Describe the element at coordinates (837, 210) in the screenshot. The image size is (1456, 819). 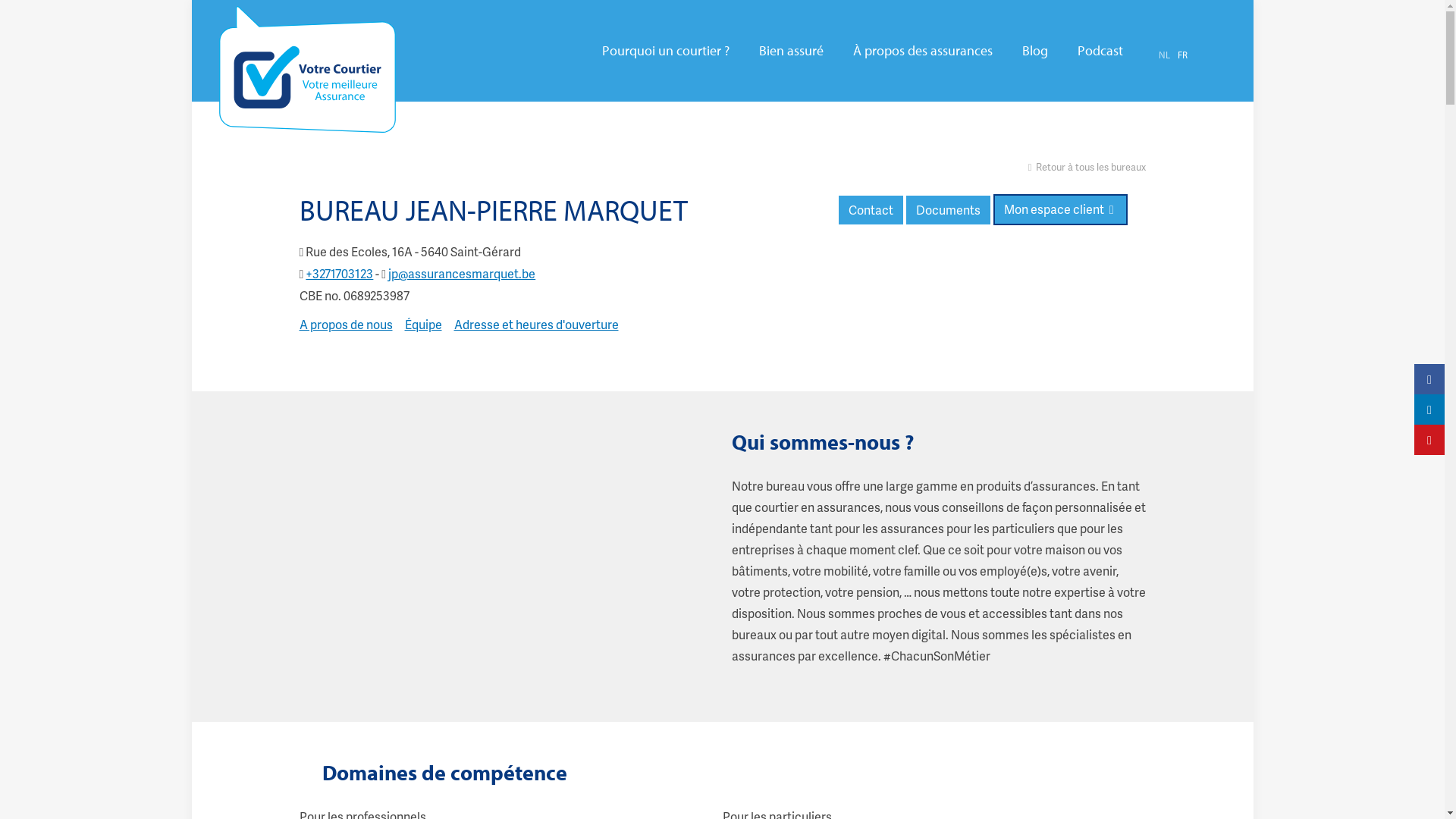
I see `'Contact'` at that location.